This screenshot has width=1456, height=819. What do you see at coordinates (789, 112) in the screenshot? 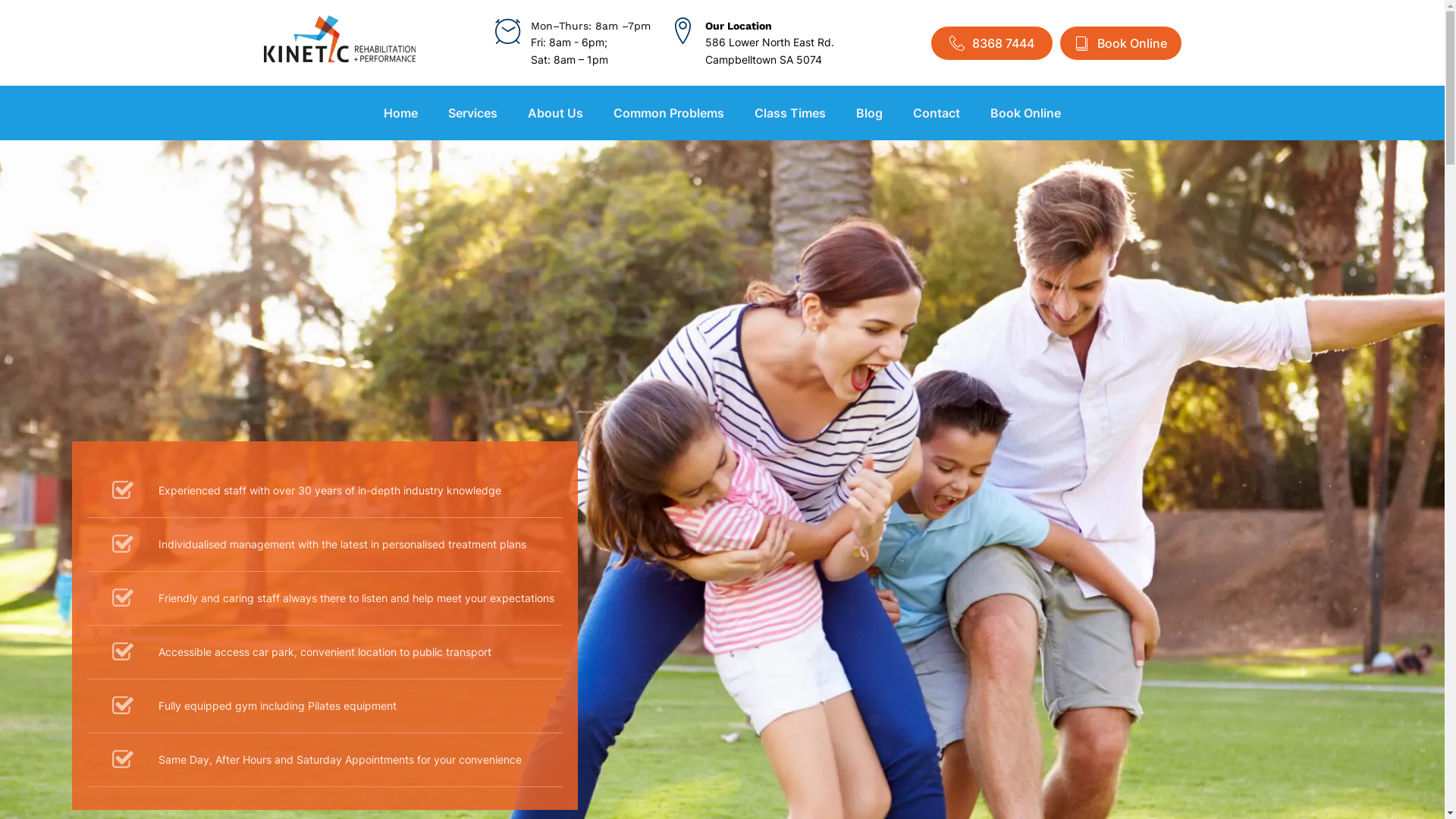
I see `'Class Times'` at bounding box center [789, 112].